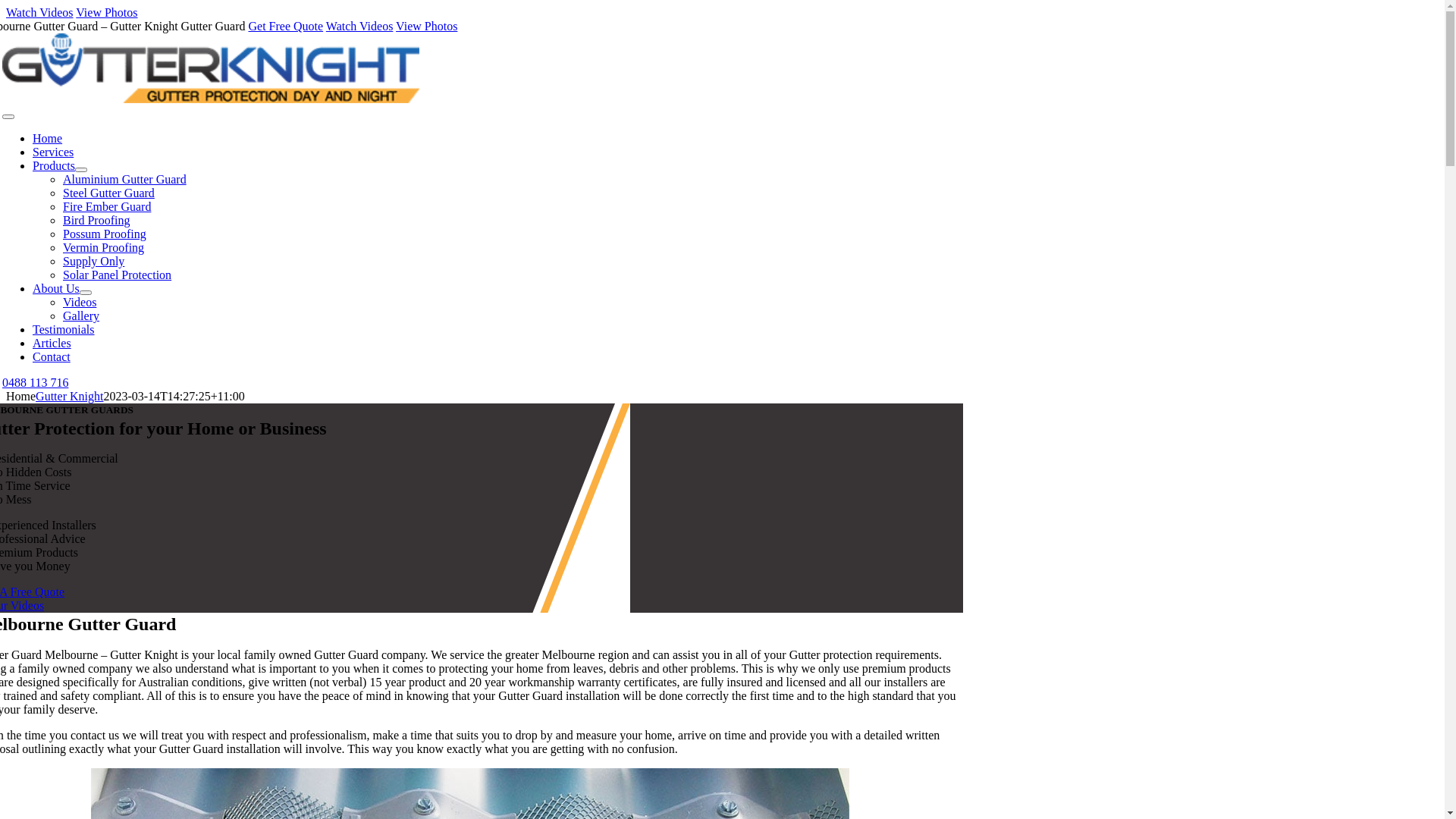 The height and width of the screenshot is (819, 1456). I want to click on 'Watch Videos', so click(359, 26).